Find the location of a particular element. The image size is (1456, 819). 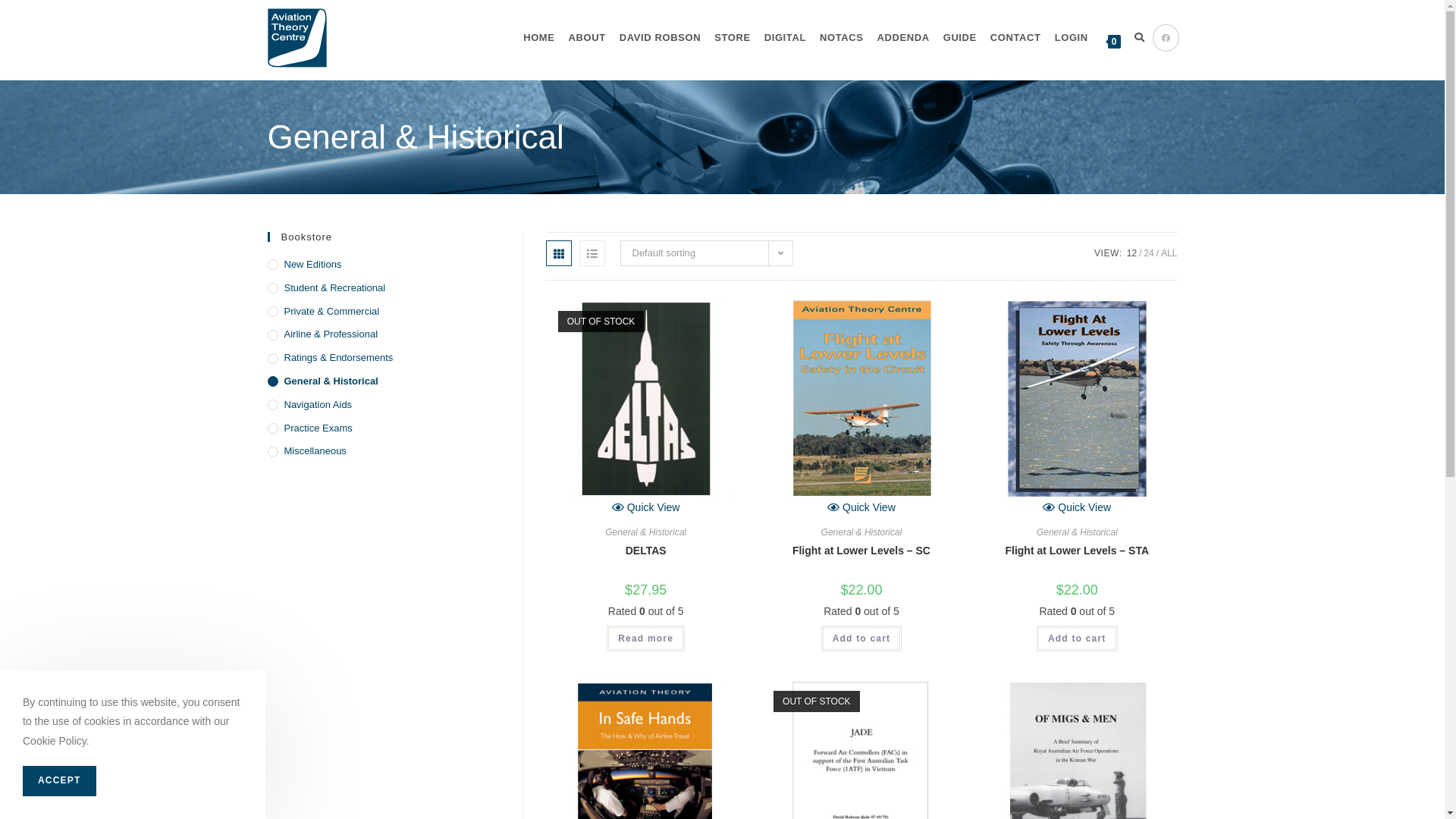

'ABOUT' is located at coordinates (586, 37).